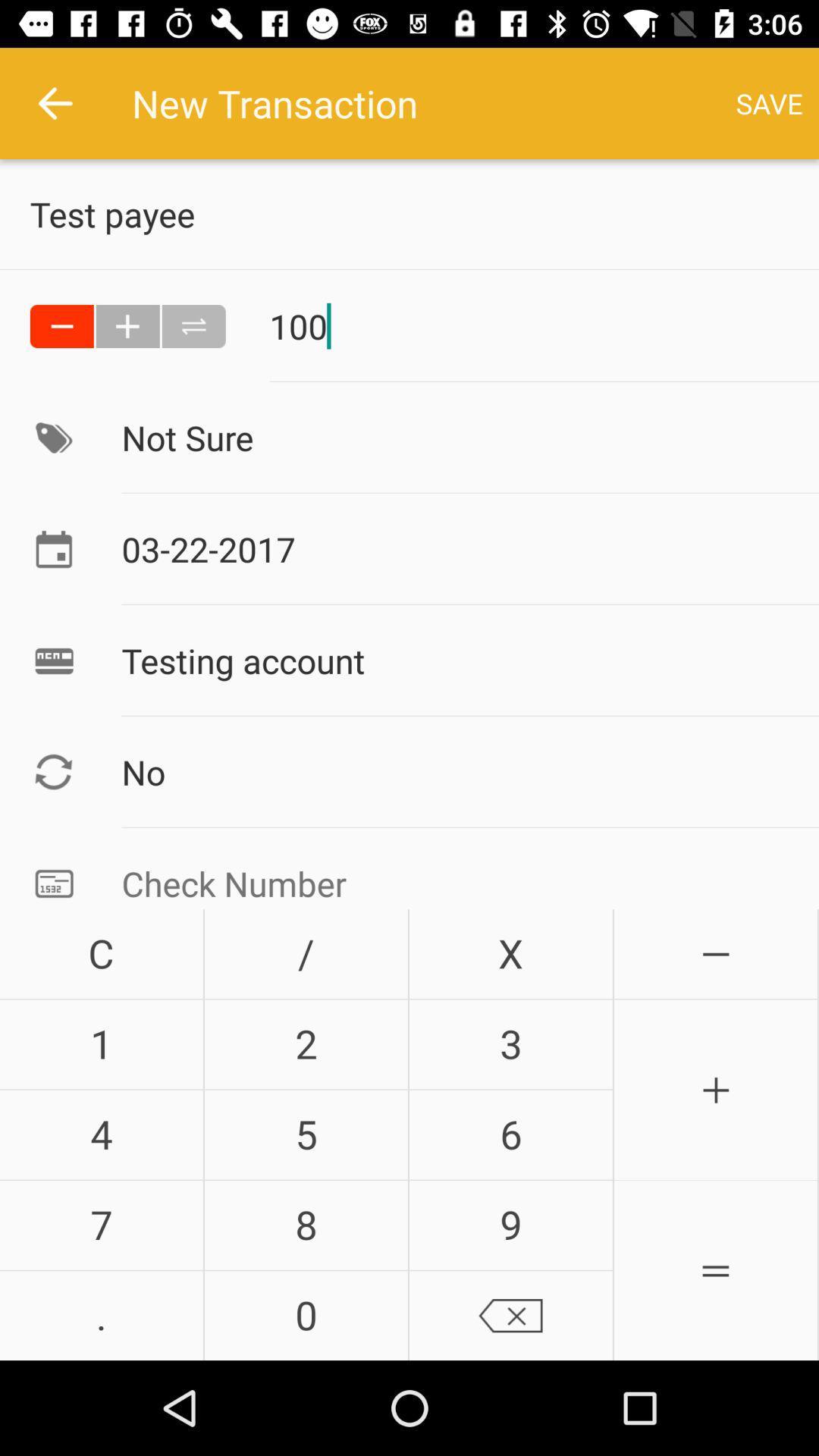 This screenshot has height=1456, width=819. I want to click on the text below new transaction, so click(424, 213).